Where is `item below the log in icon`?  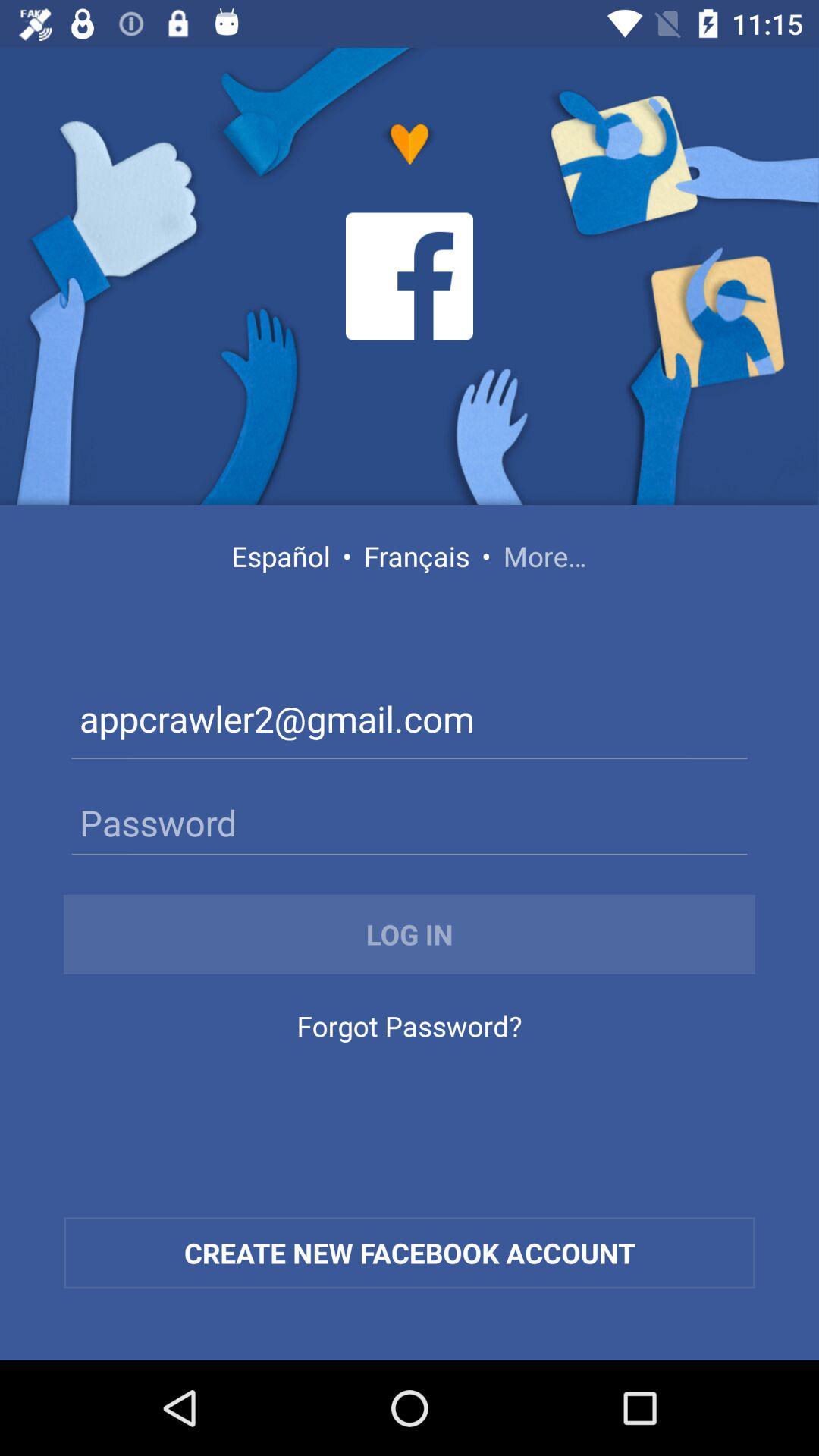
item below the log in icon is located at coordinates (409, 1030).